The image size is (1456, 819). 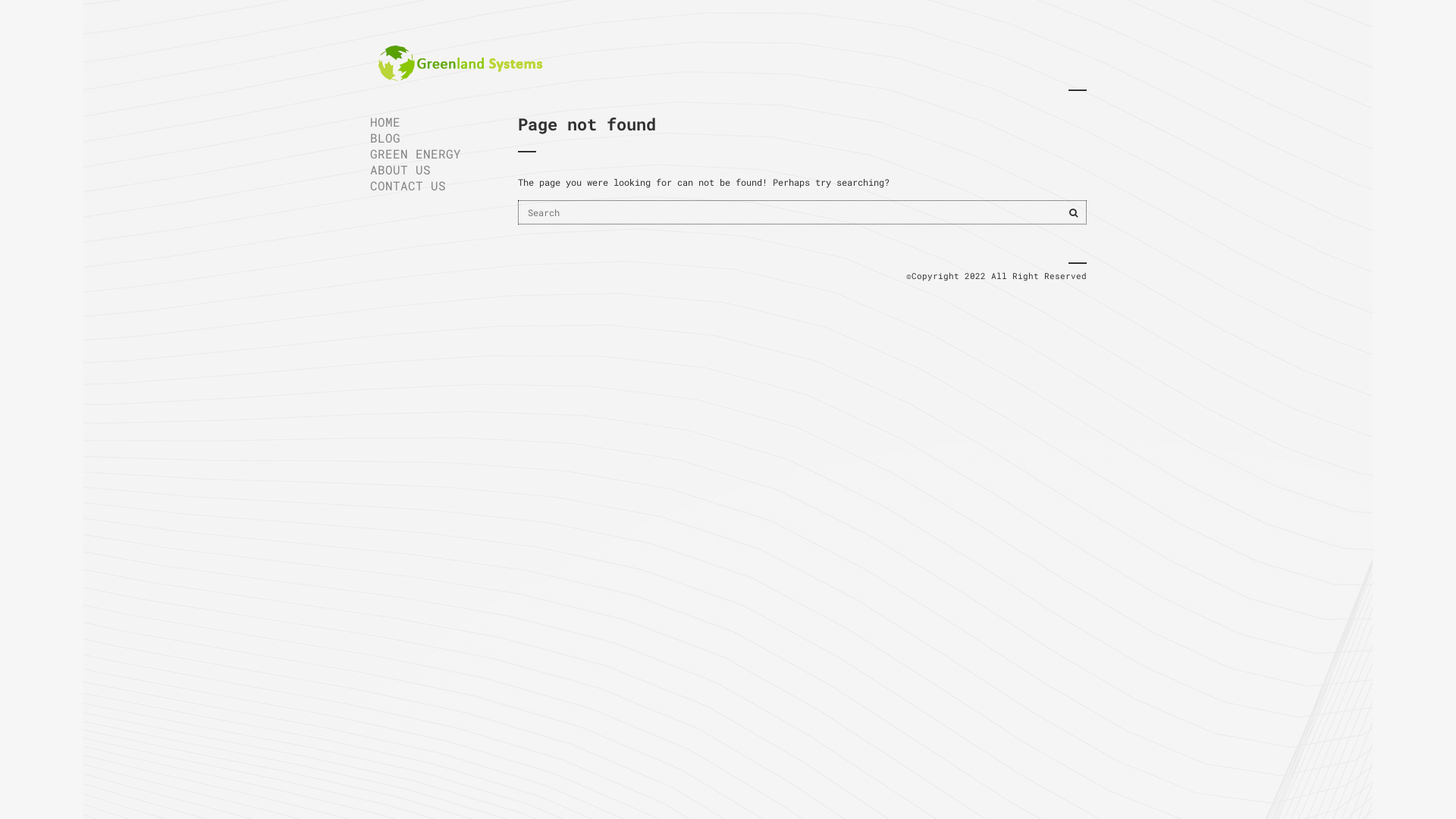 What do you see at coordinates (431, 169) in the screenshot?
I see `'ABOUT US'` at bounding box center [431, 169].